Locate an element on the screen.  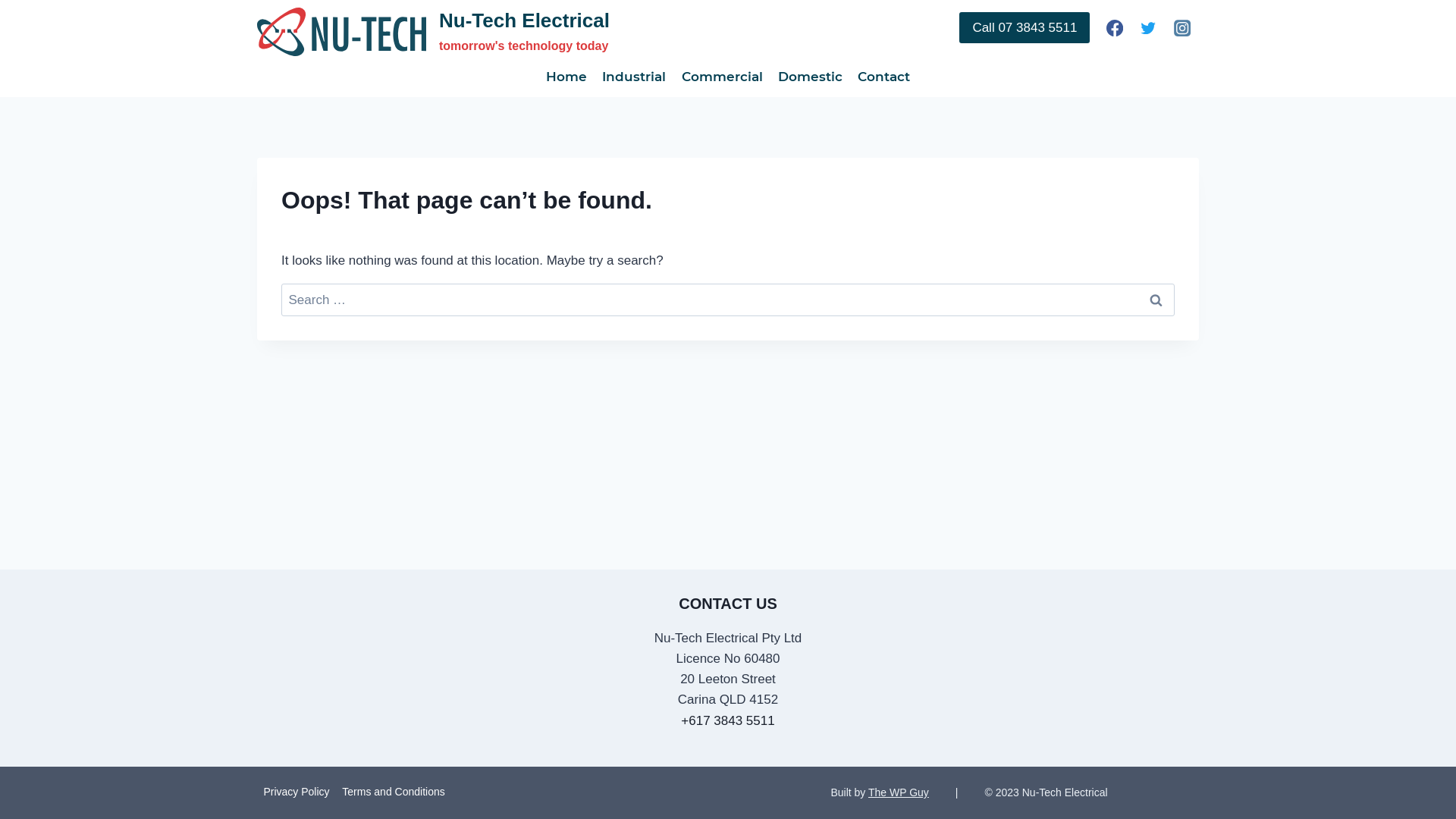
'Industrial' is located at coordinates (633, 76).